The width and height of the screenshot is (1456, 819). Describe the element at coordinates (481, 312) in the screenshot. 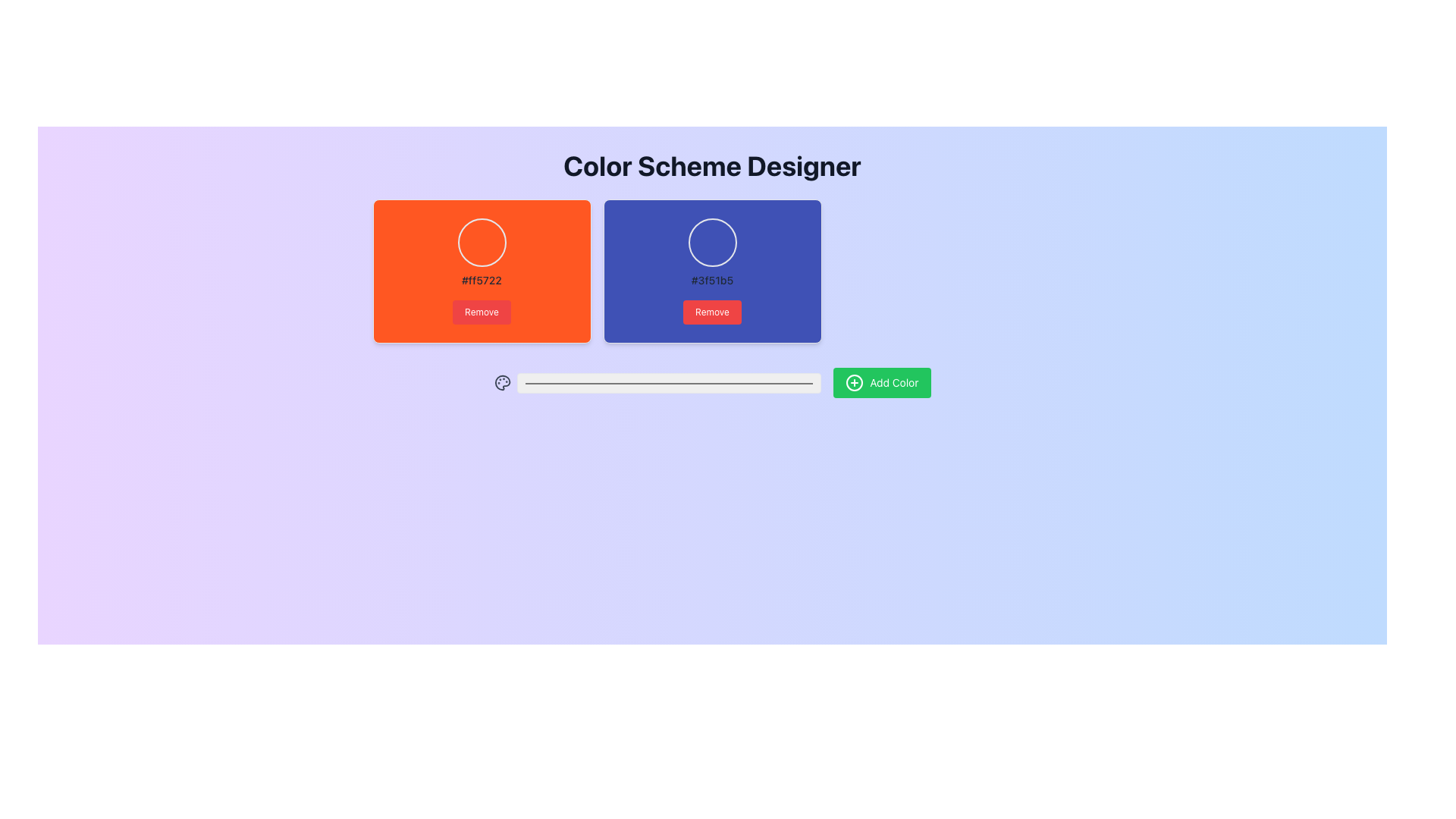

I see `the 'Remove' button located at the bottom center of the orange-colored card to observe potential hover states` at that location.